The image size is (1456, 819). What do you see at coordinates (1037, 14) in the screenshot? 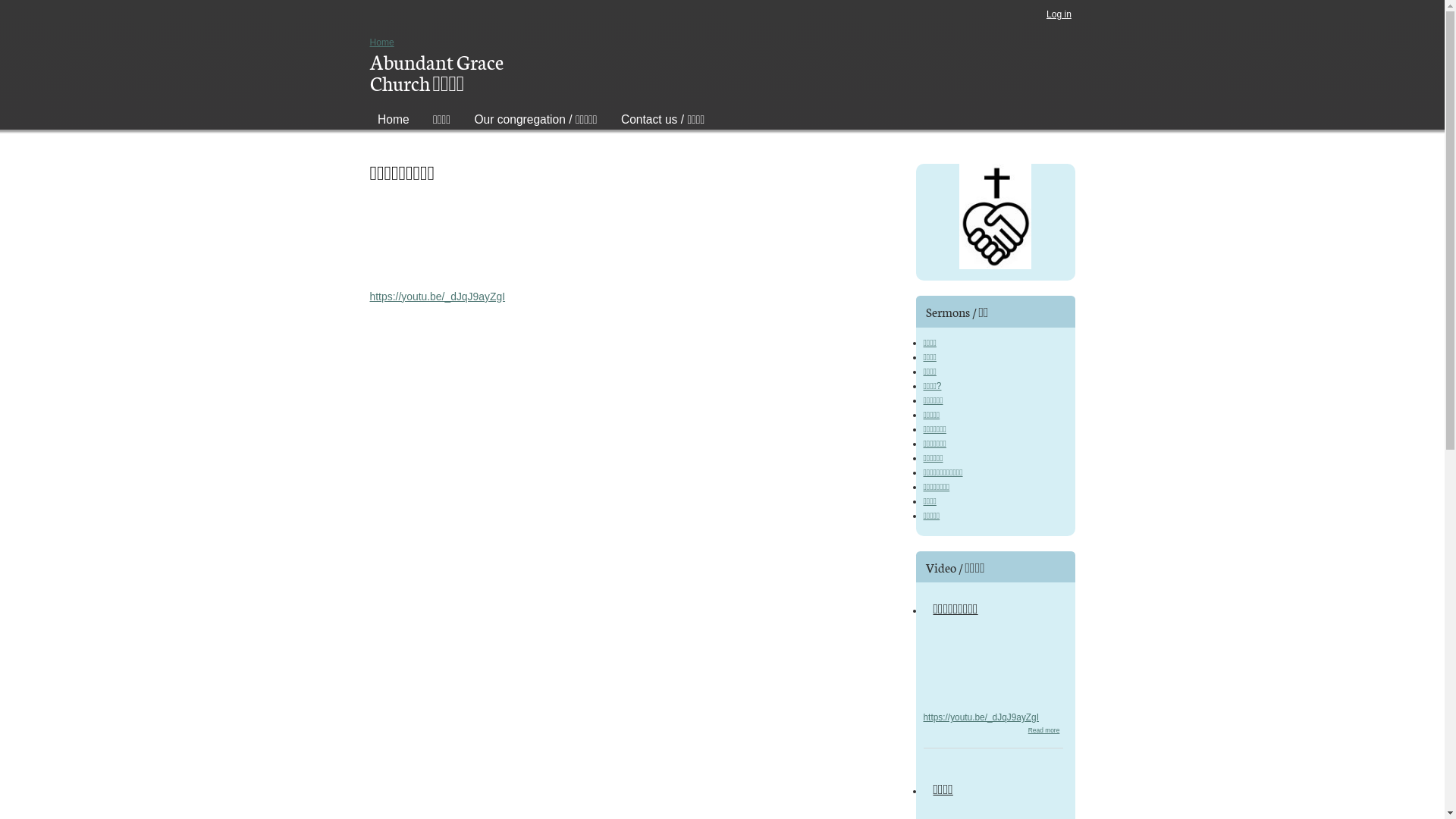
I see `'Log in'` at bounding box center [1037, 14].